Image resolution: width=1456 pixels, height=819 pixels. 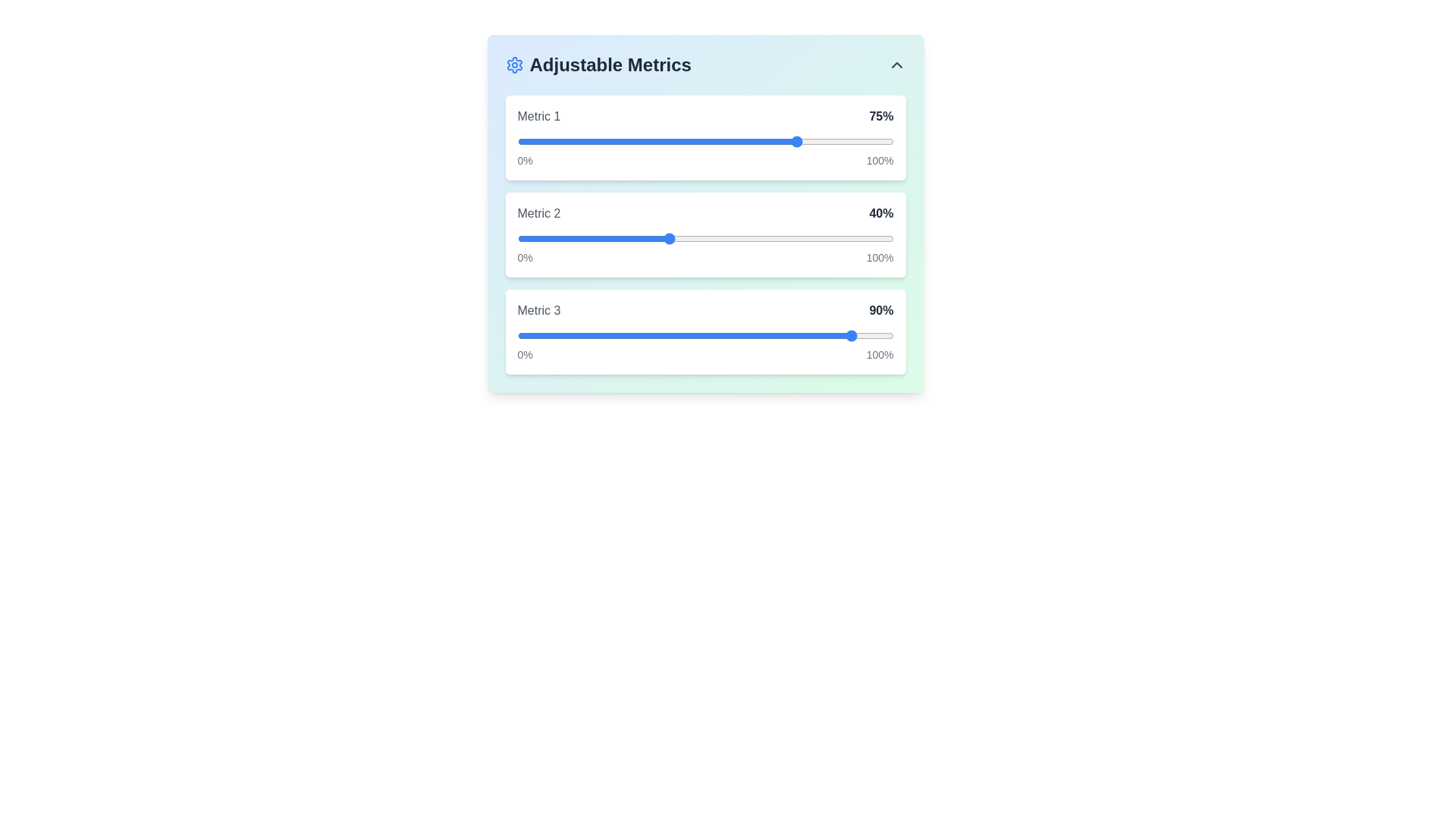 I want to click on the Metric 2 slider, so click(x=769, y=239).